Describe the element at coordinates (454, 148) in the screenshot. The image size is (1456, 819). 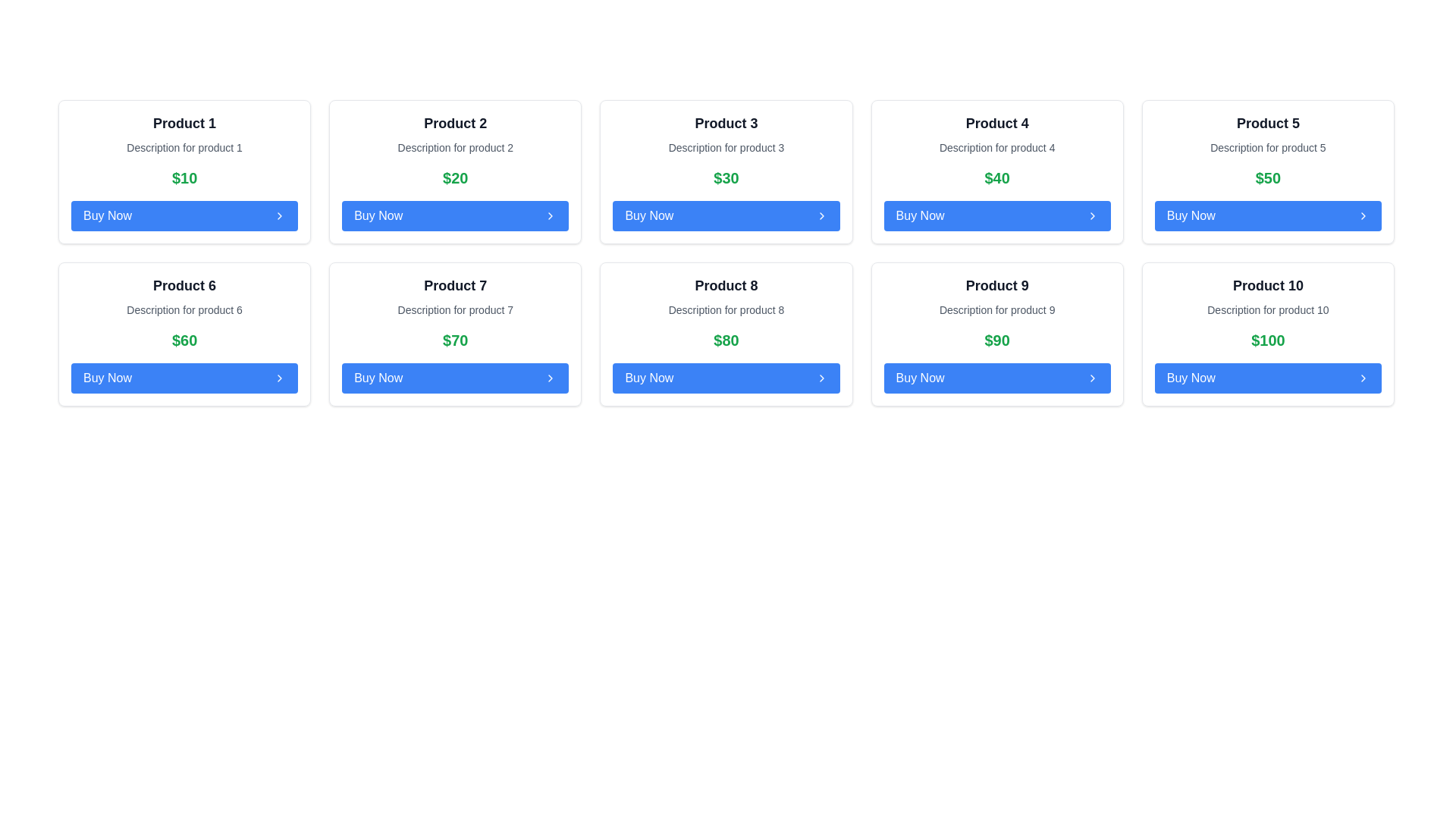
I see `the Text Label that reads 'Description for product 2', which is positioned below the title 'Product 2' and above the price display '$20' in the second product card of a 2x5 grid layout` at that location.